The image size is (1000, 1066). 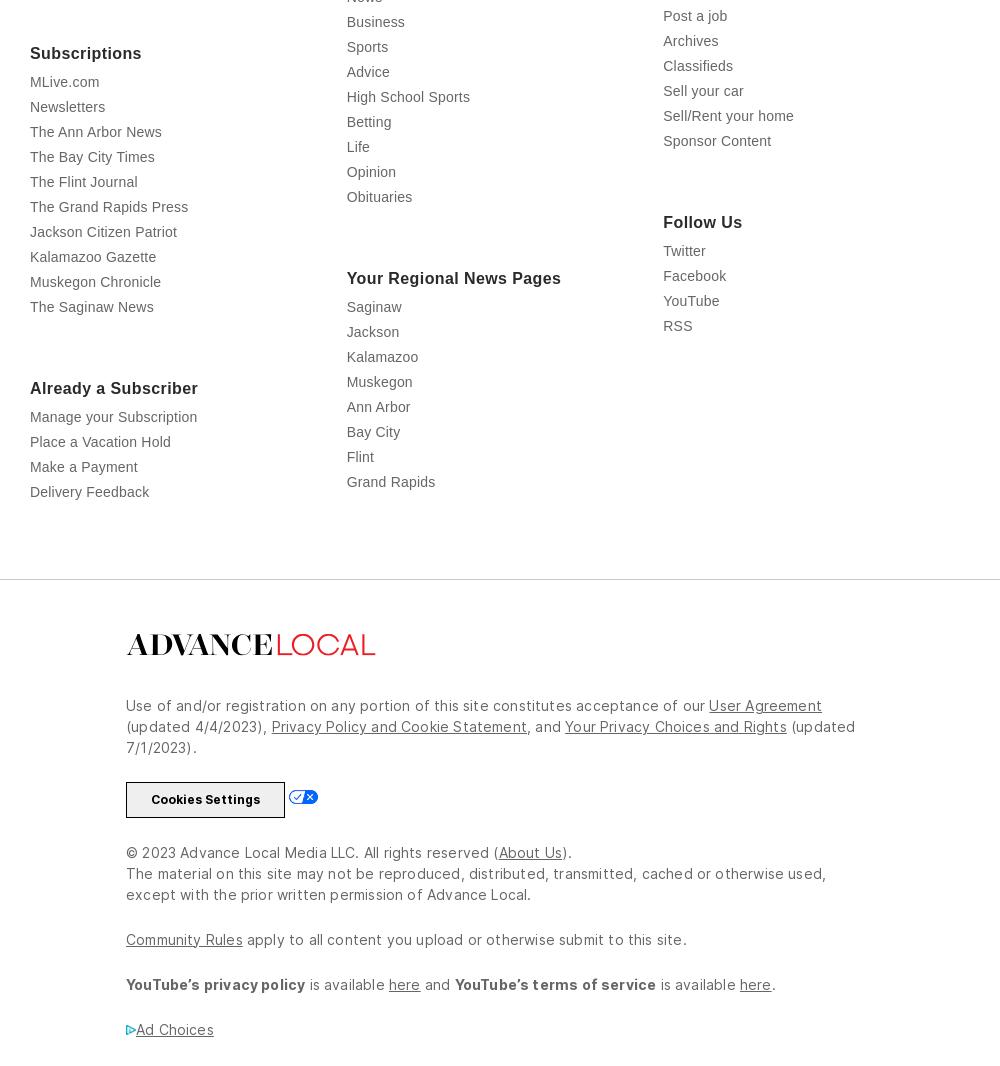 I want to click on 'News', so click(x=363, y=83).